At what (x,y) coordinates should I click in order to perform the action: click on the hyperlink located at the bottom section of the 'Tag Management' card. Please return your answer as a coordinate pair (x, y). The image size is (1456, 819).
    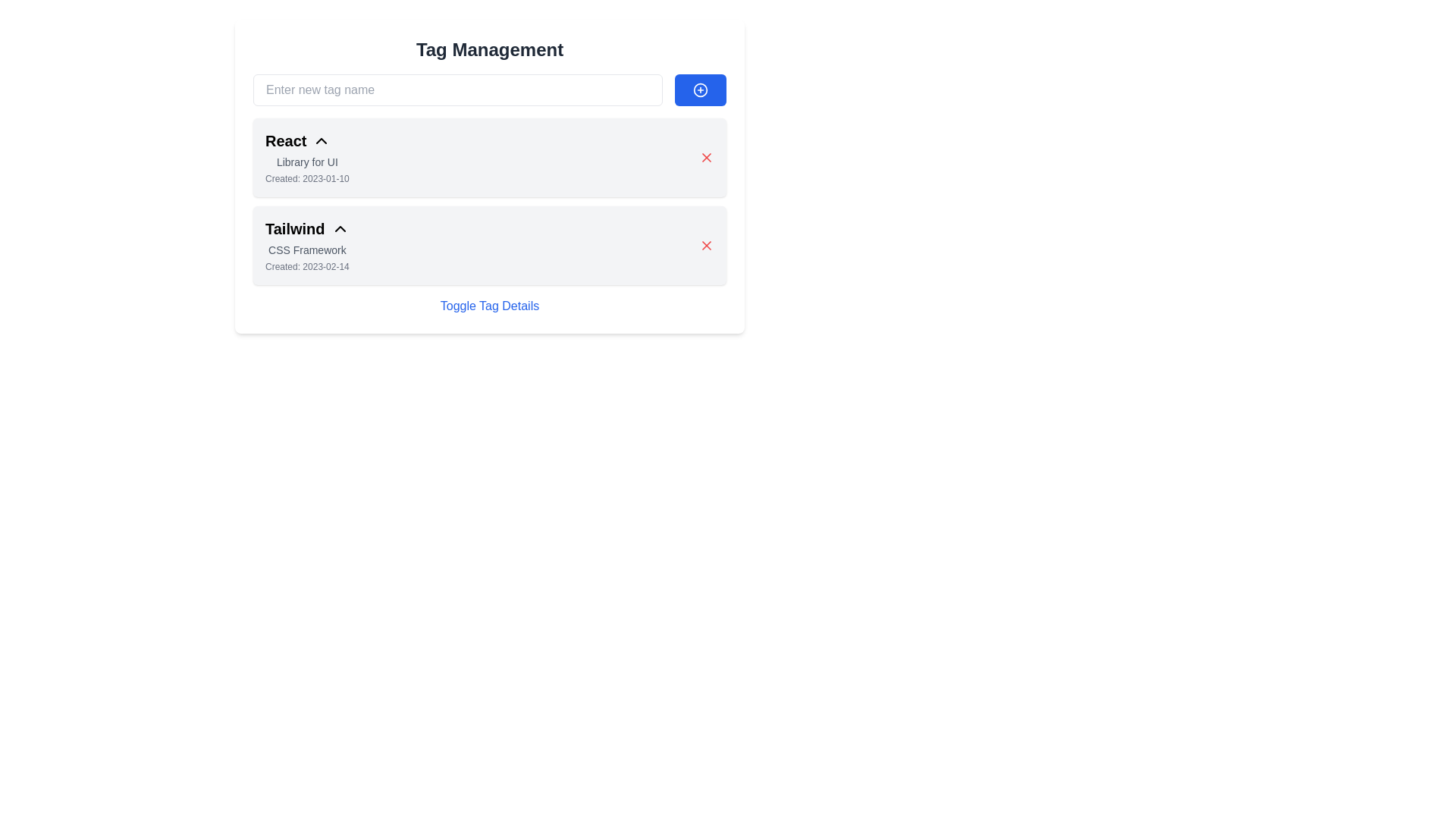
    Looking at the image, I should click on (490, 306).